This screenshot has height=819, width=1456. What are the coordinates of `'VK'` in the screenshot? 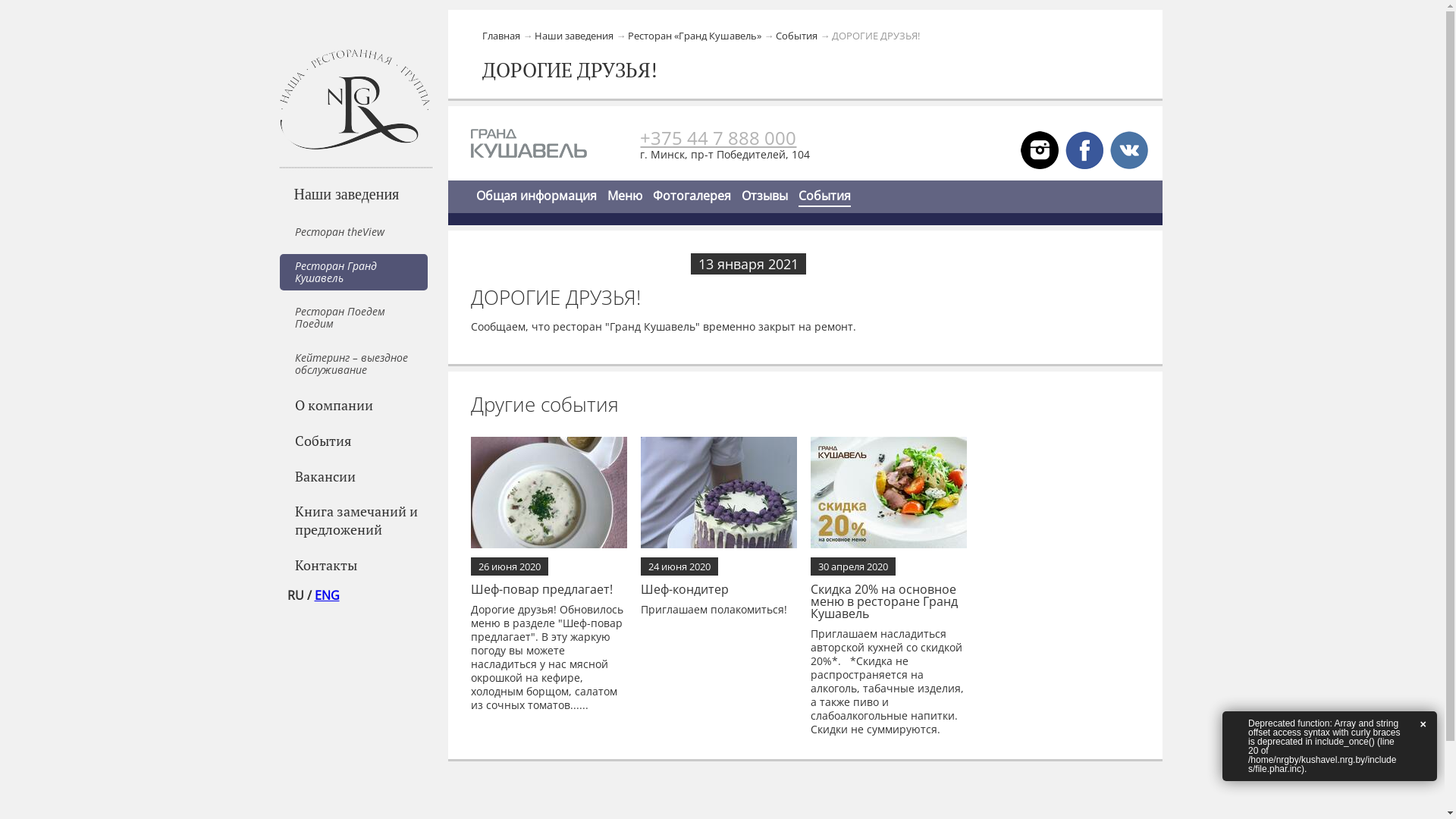 It's located at (1039, 149).